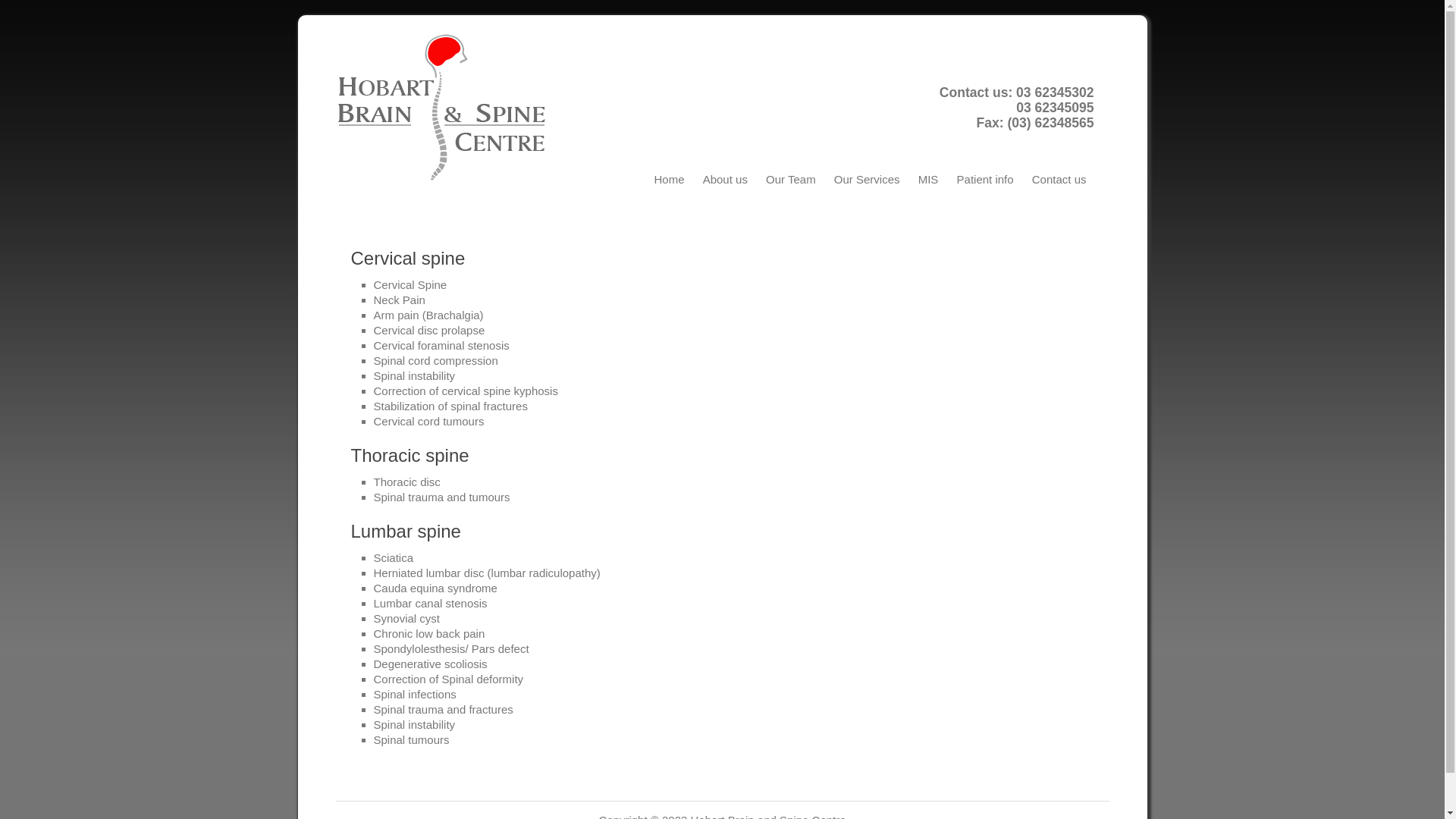 Image resolution: width=1456 pixels, height=819 pixels. What do you see at coordinates (867, 178) in the screenshot?
I see `'Our Services'` at bounding box center [867, 178].